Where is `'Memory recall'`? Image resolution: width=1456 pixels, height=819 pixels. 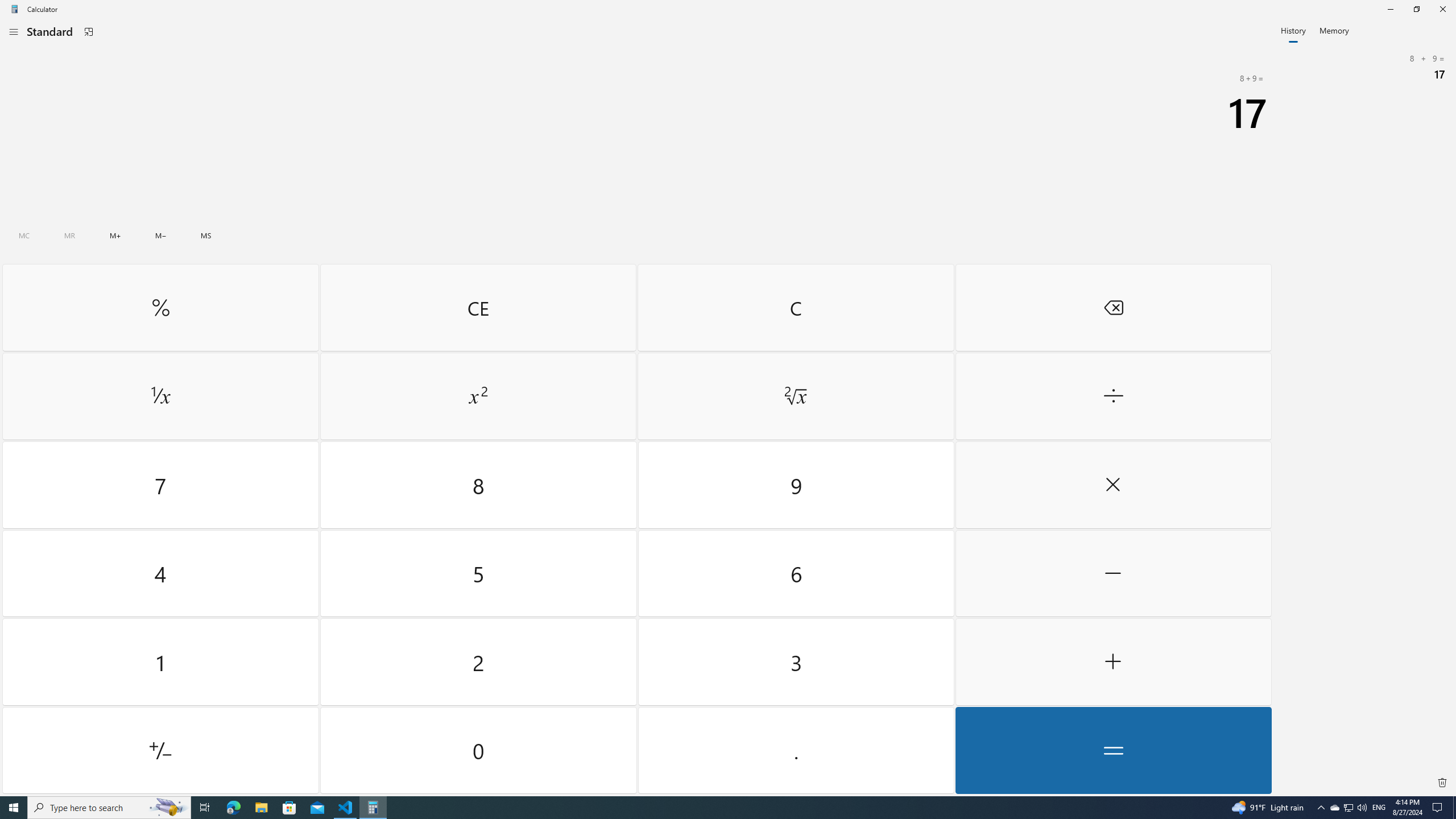
'Memory recall' is located at coordinates (69, 235).